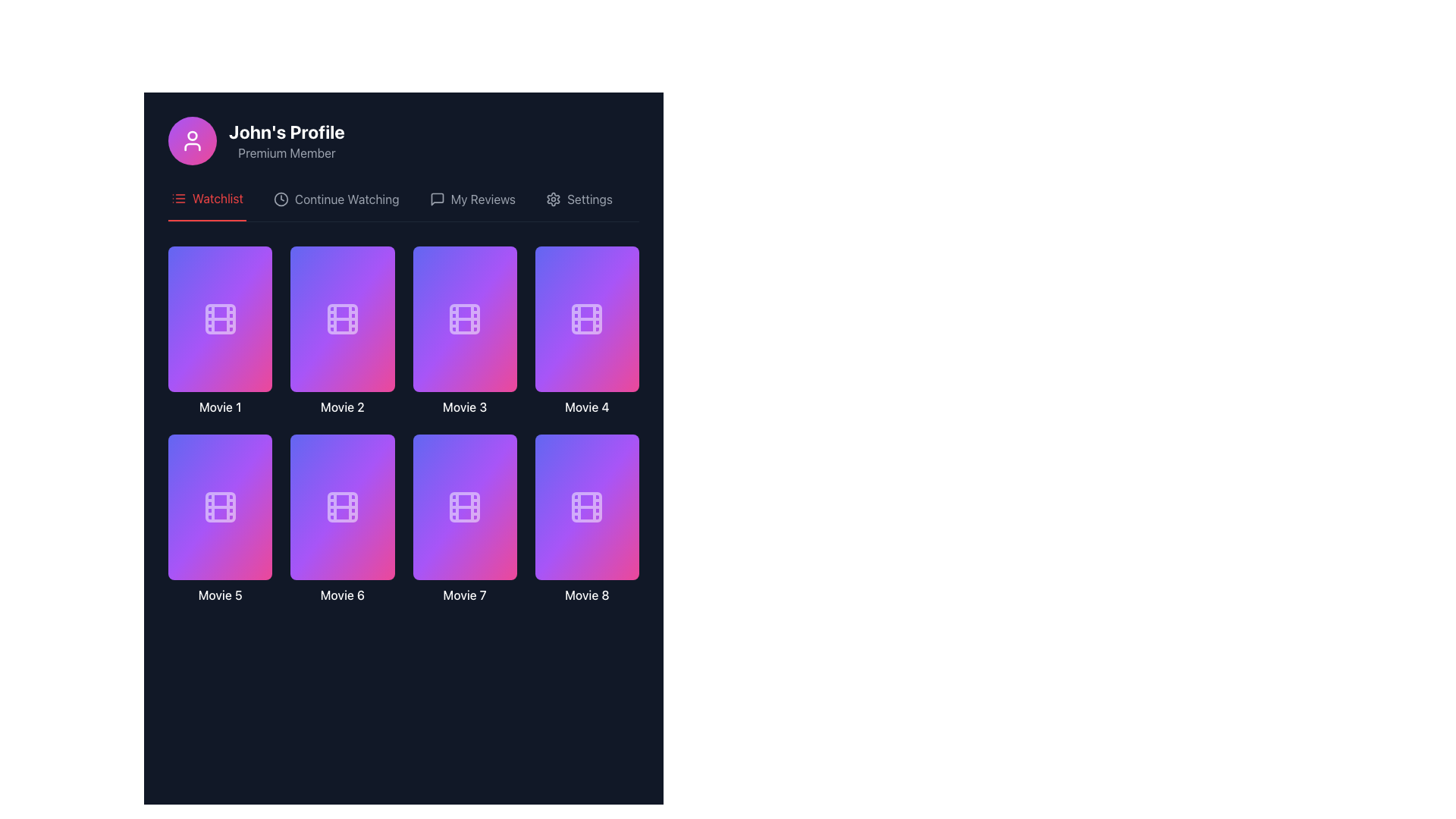 The height and width of the screenshot is (819, 1456). Describe the element at coordinates (586, 507) in the screenshot. I see `the filmstrip icon located in the bottom-right tile of the movie selection area` at that location.